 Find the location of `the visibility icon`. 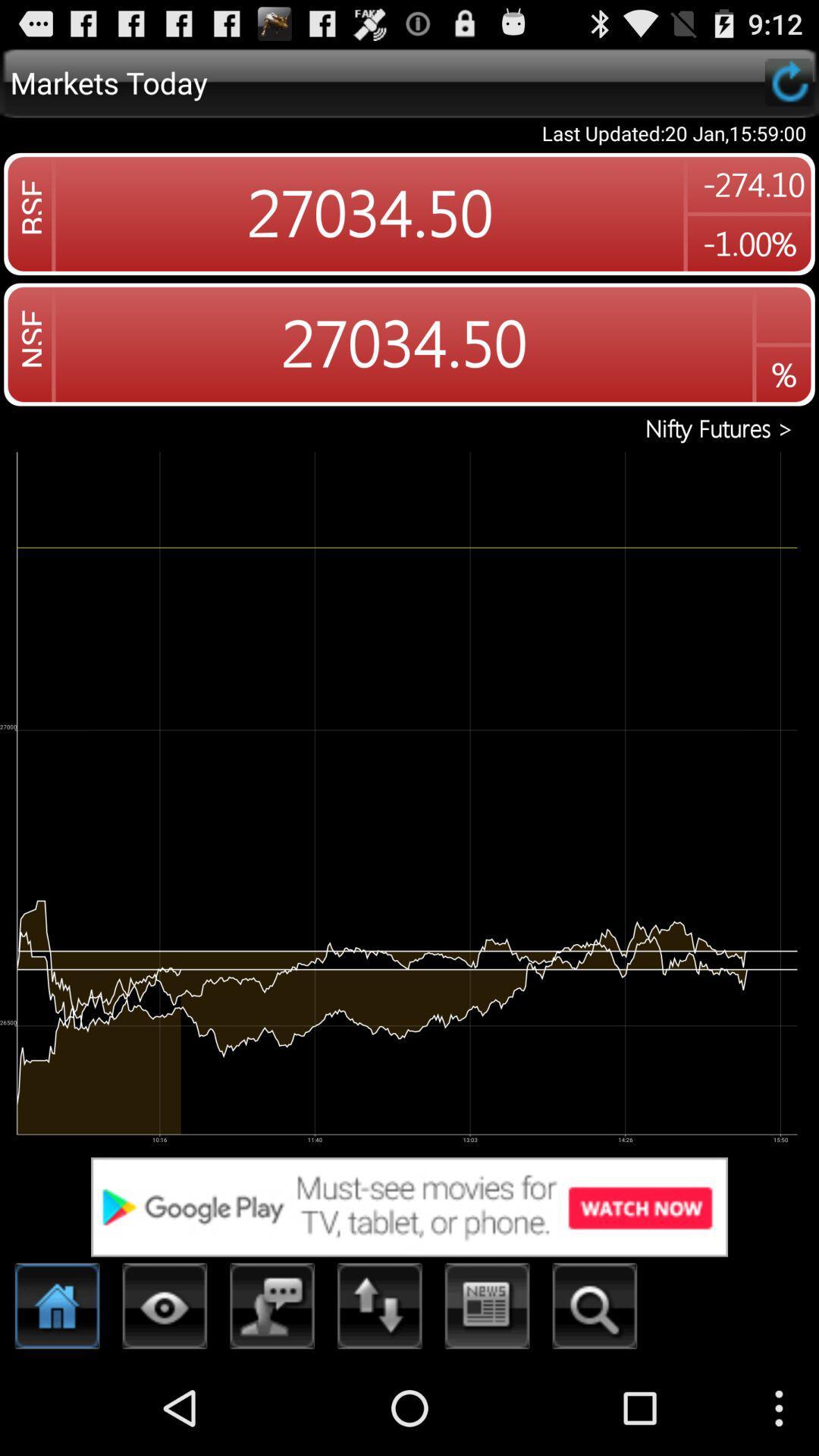

the visibility icon is located at coordinates (165, 1401).